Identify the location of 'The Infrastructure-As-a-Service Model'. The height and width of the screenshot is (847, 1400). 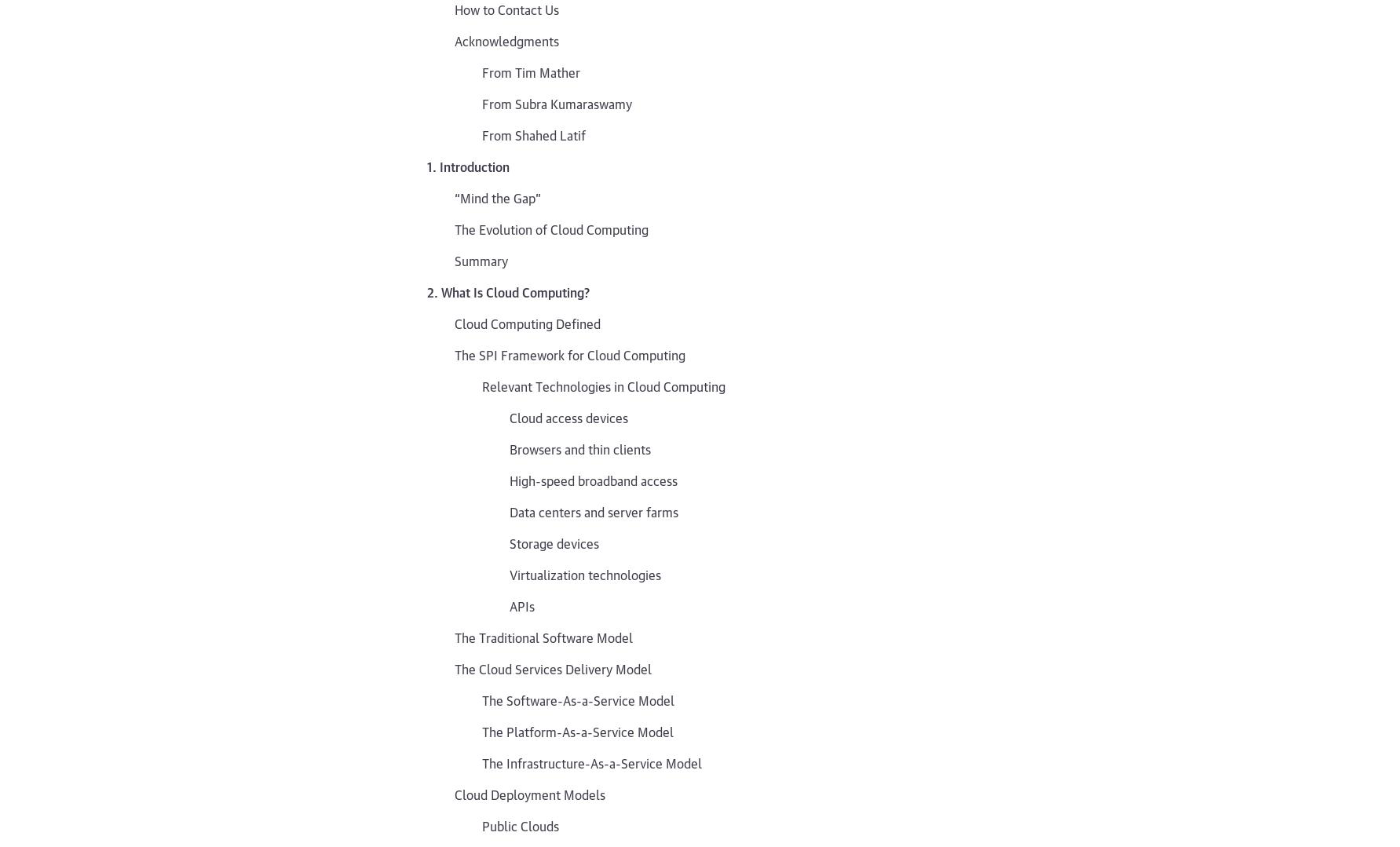
(591, 761).